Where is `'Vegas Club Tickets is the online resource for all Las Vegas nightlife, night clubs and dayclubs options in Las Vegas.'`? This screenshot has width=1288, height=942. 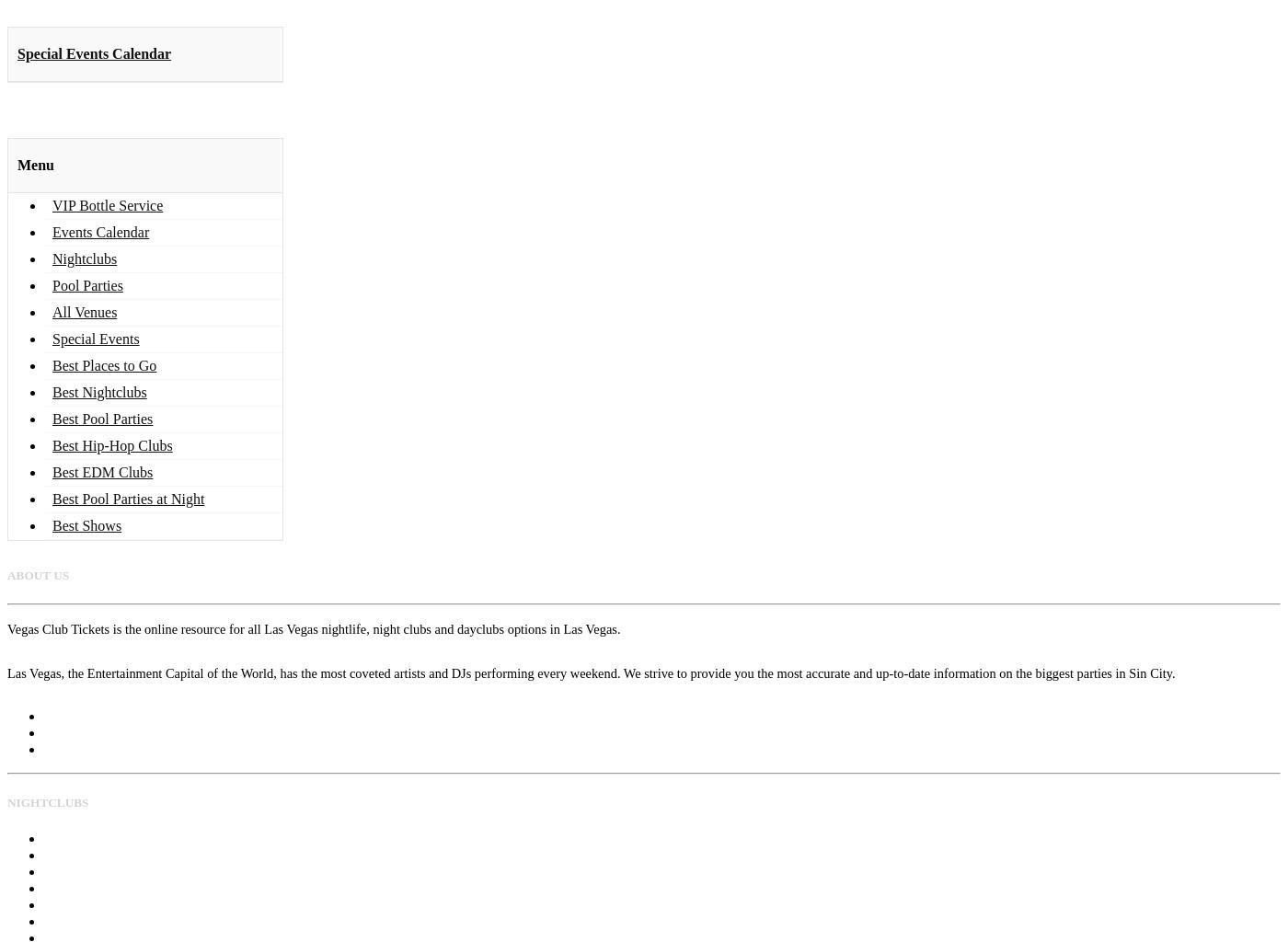 'Vegas Club Tickets is the online resource for all Las Vegas nightlife, night clubs and dayclubs options in Las Vegas.' is located at coordinates (314, 629).